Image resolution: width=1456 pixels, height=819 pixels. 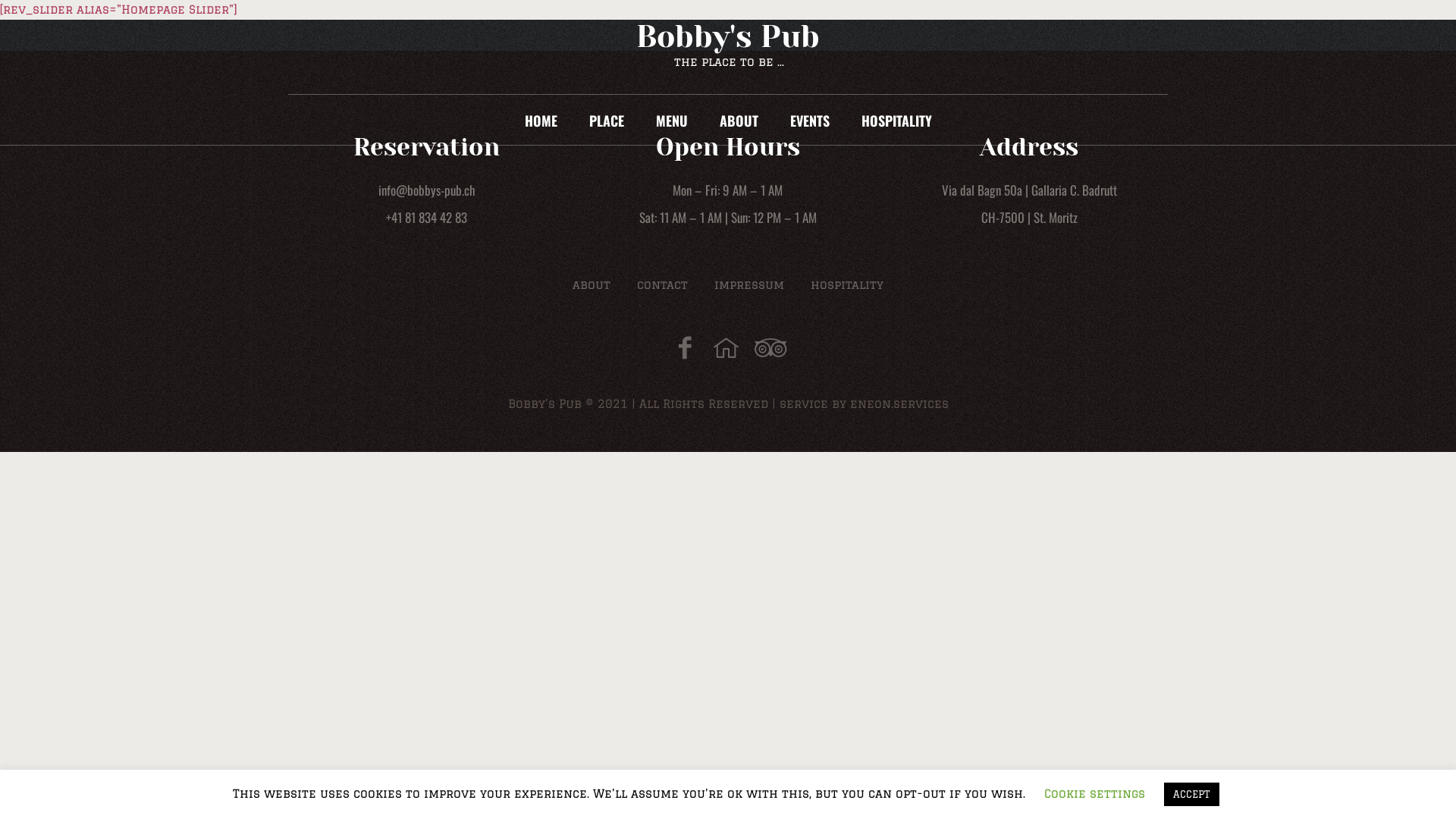 What do you see at coordinates (378, 189) in the screenshot?
I see `'info@bobbys-pub.ch'` at bounding box center [378, 189].